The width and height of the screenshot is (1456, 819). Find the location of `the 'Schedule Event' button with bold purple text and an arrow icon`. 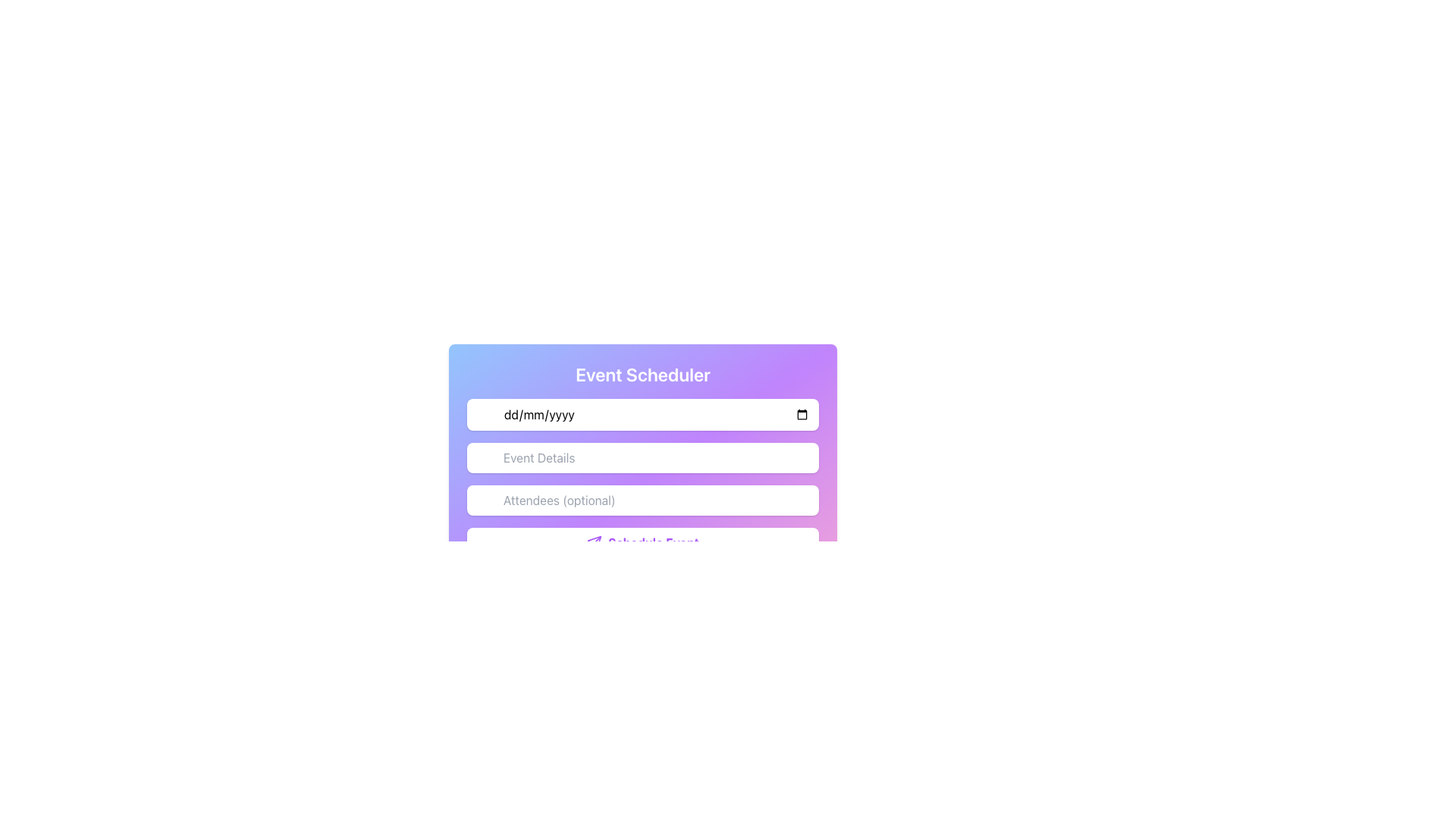

the 'Schedule Event' button with bold purple text and an arrow icon is located at coordinates (643, 542).